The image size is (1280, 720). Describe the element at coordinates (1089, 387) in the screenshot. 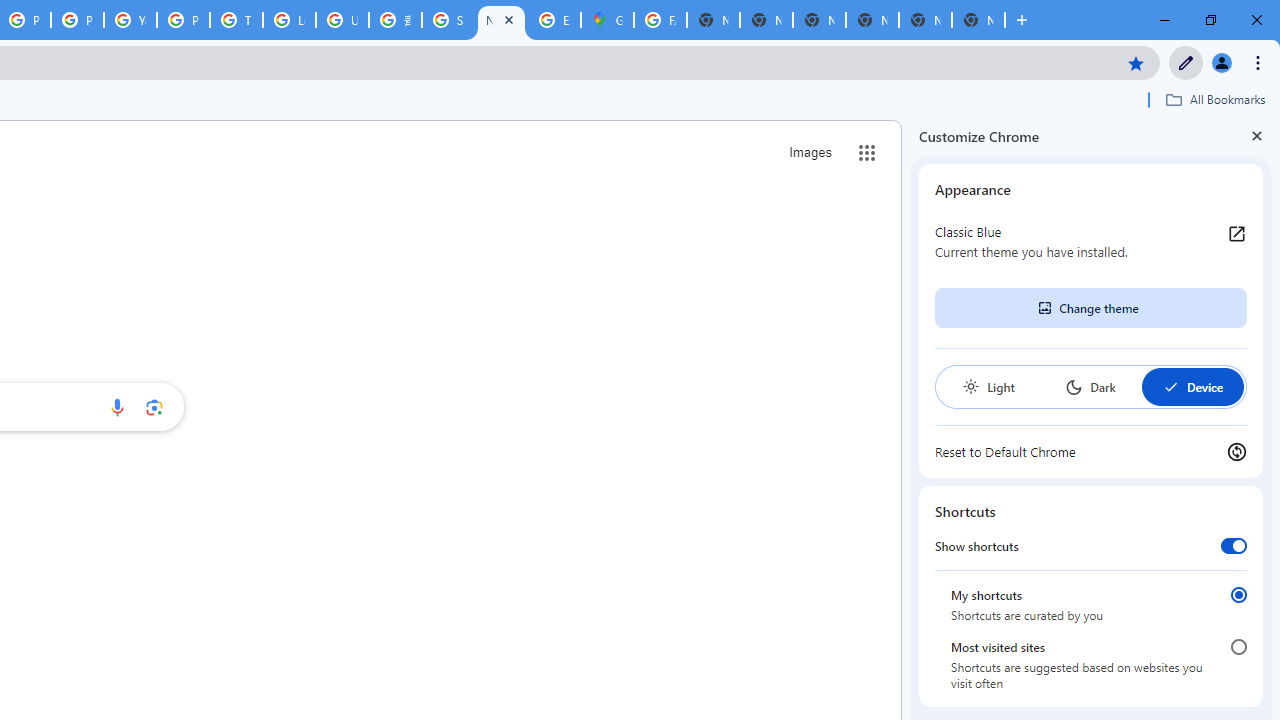

I see `'Dark'` at that location.